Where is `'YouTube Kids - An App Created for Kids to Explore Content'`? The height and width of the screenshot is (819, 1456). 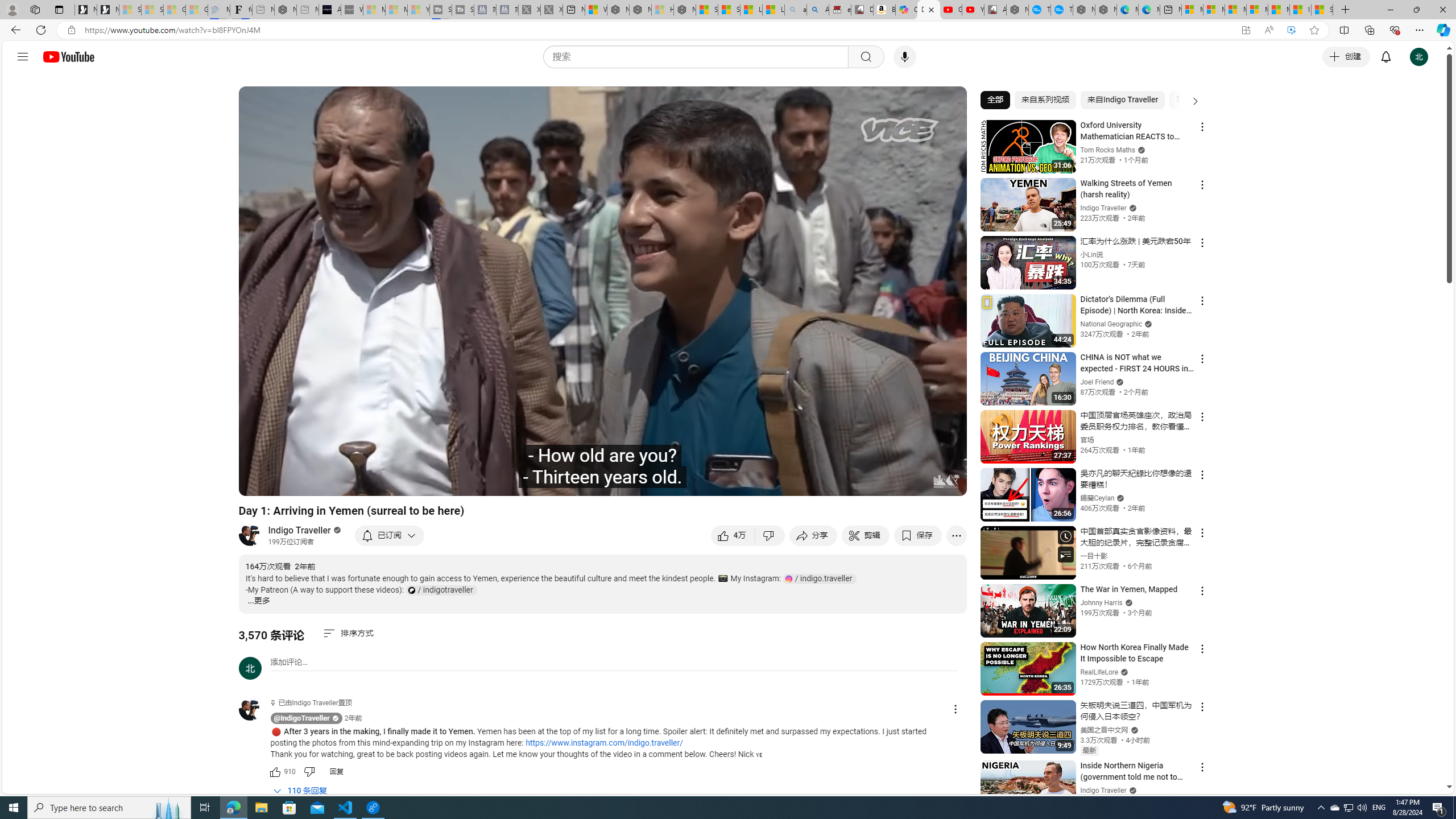 'YouTube Kids - An App Created for Kids to Explore Content' is located at coordinates (972, 9).